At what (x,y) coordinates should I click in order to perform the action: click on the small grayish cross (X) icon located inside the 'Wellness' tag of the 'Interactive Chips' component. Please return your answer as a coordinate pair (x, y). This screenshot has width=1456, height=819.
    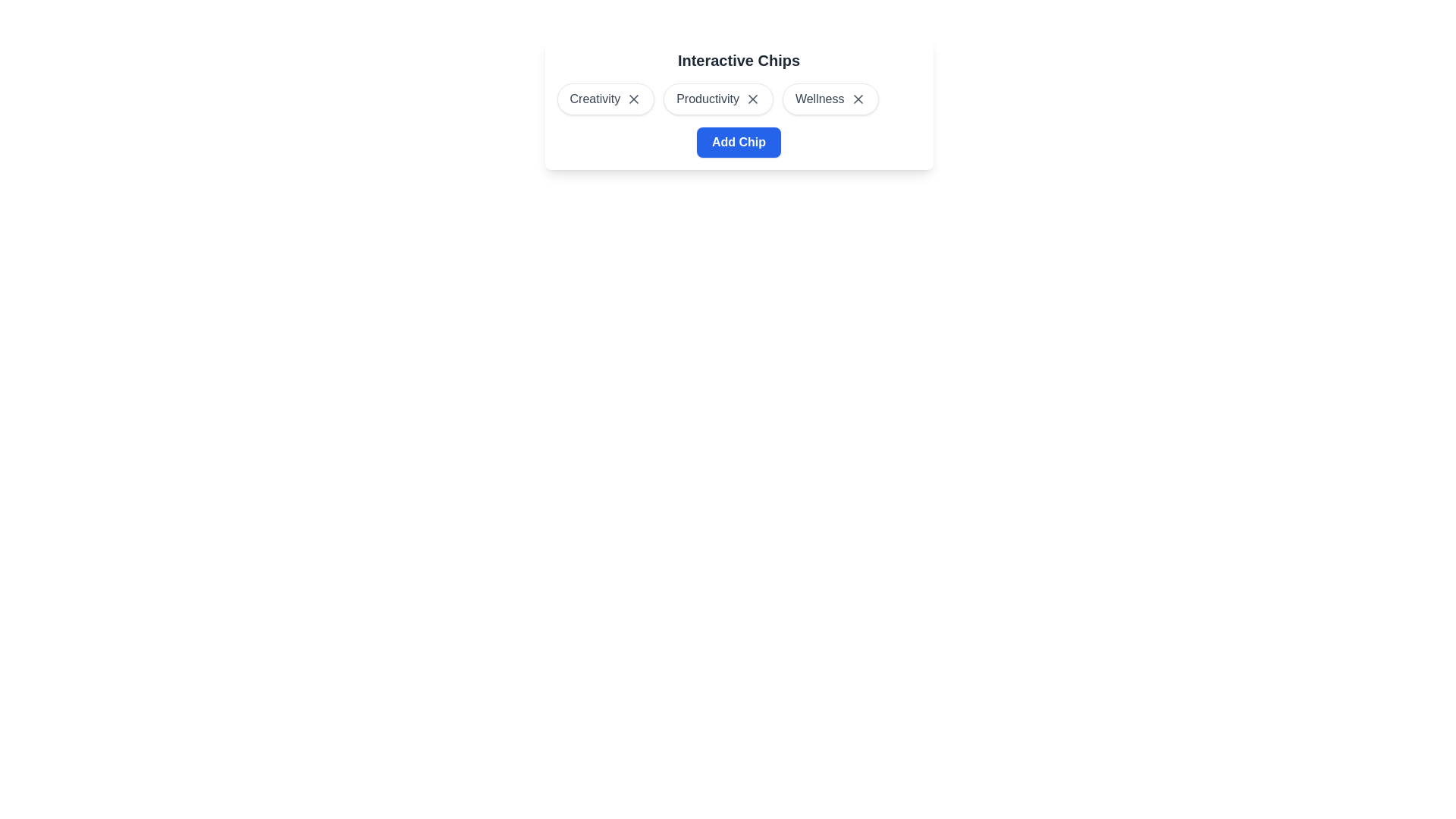
    Looking at the image, I should click on (858, 99).